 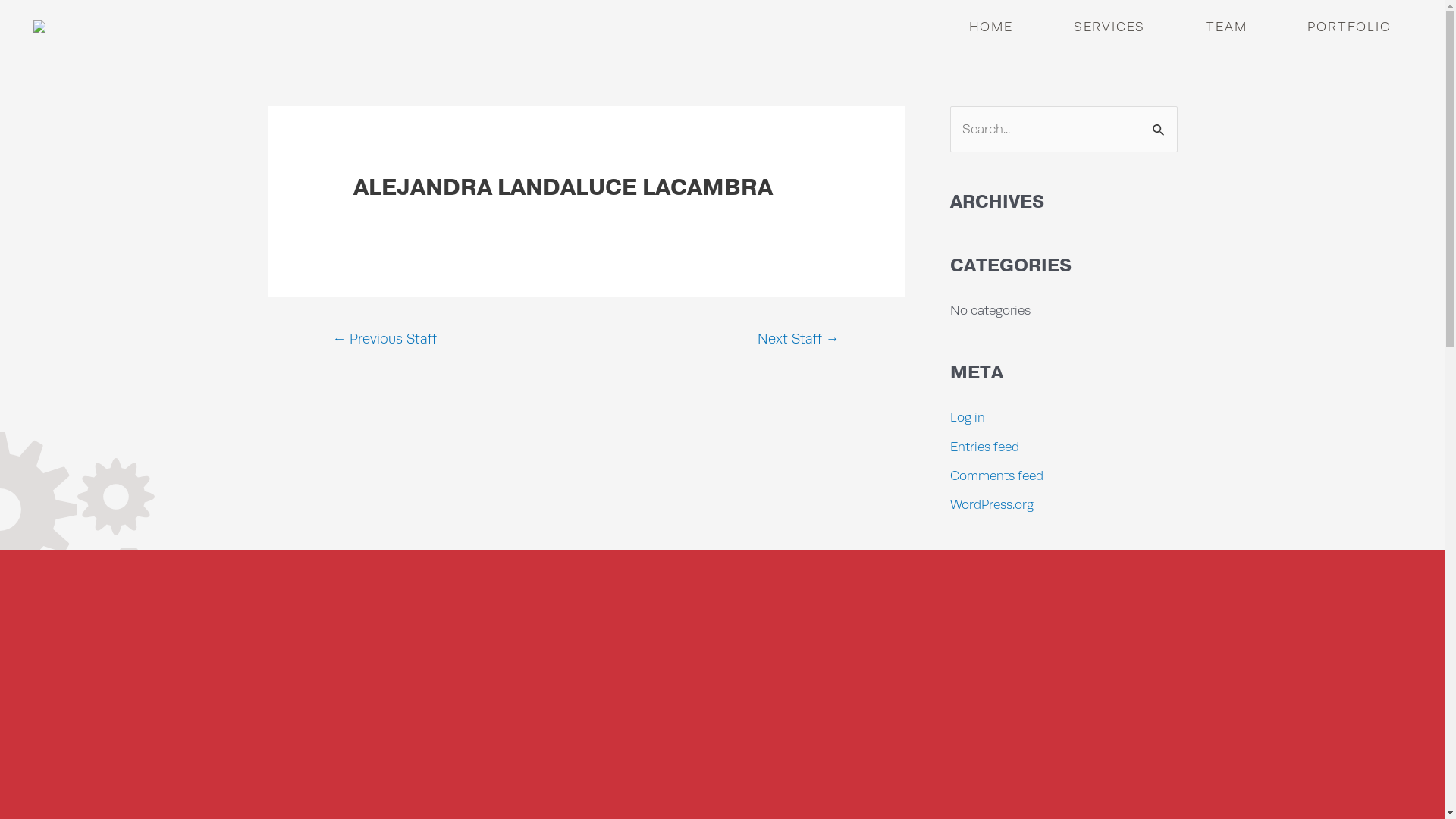 What do you see at coordinates (996, 475) in the screenshot?
I see `'Comments feed'` at bounding box center [996, 475].